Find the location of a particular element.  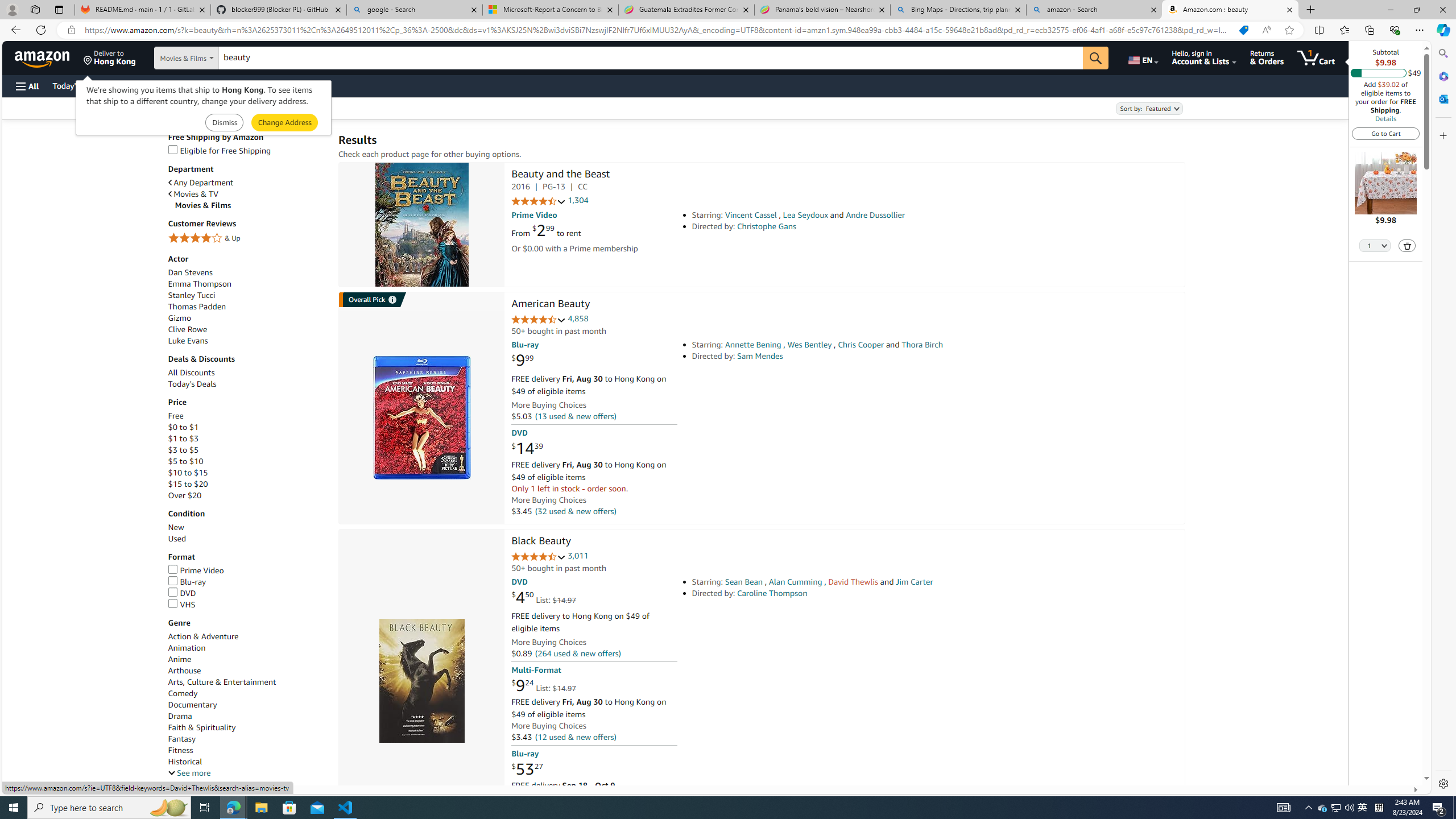

'(13 used & new offers)' is located at coordinates (574, 416).